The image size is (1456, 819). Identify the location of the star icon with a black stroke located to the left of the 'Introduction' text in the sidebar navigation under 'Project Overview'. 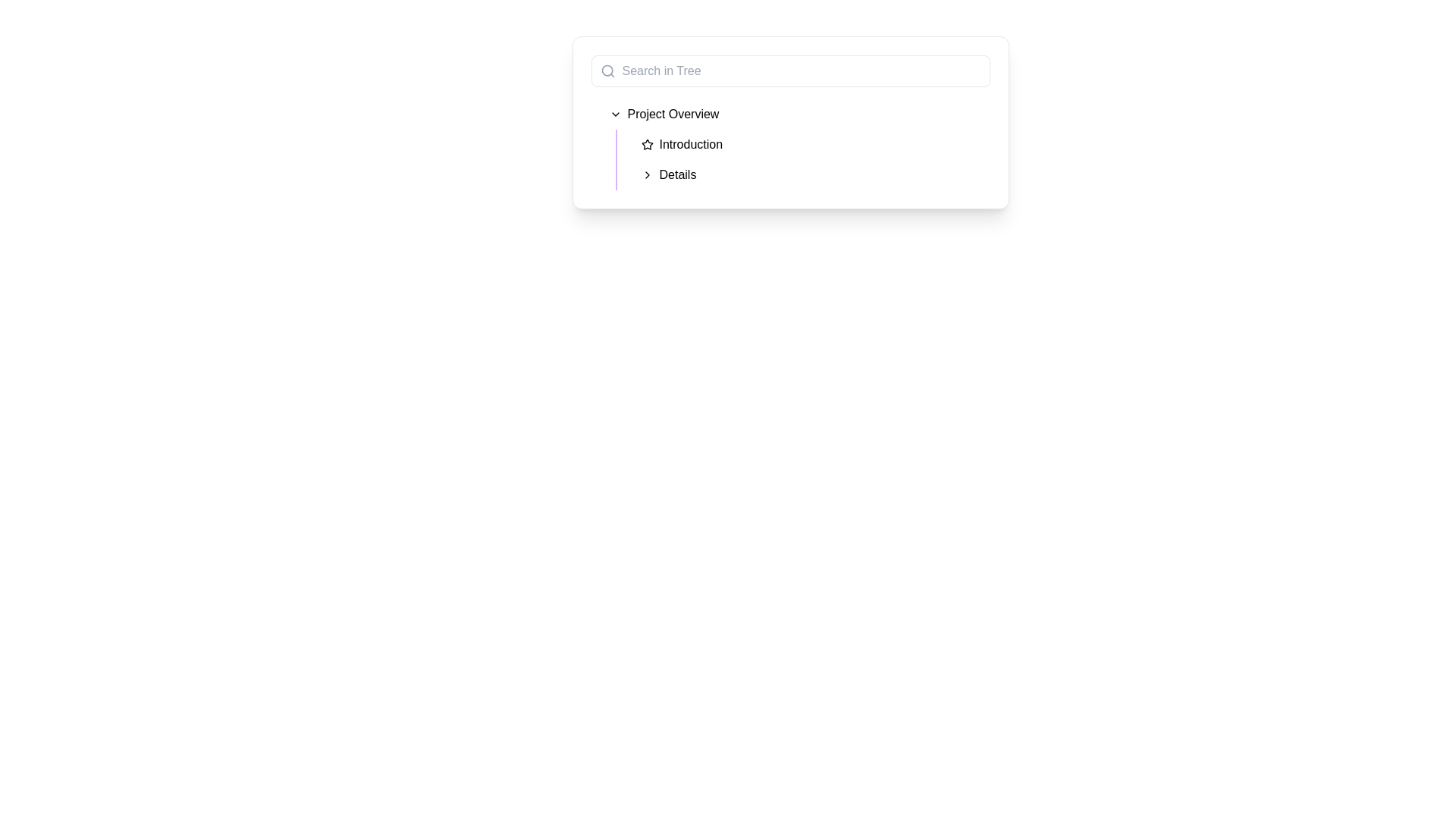
(647, 145).